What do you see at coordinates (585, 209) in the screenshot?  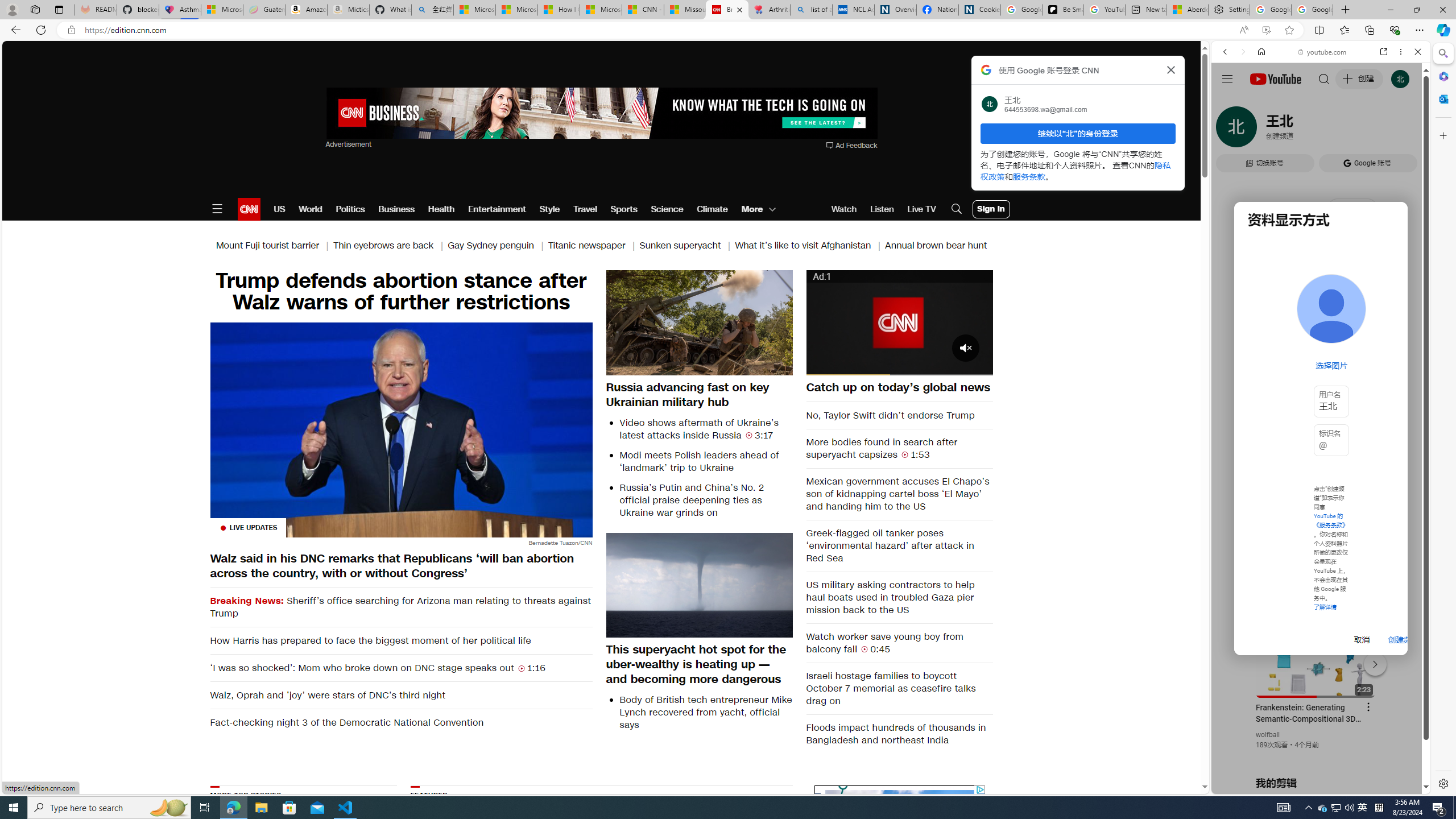 I see `'Travel'` at bounding box center [585, 209].